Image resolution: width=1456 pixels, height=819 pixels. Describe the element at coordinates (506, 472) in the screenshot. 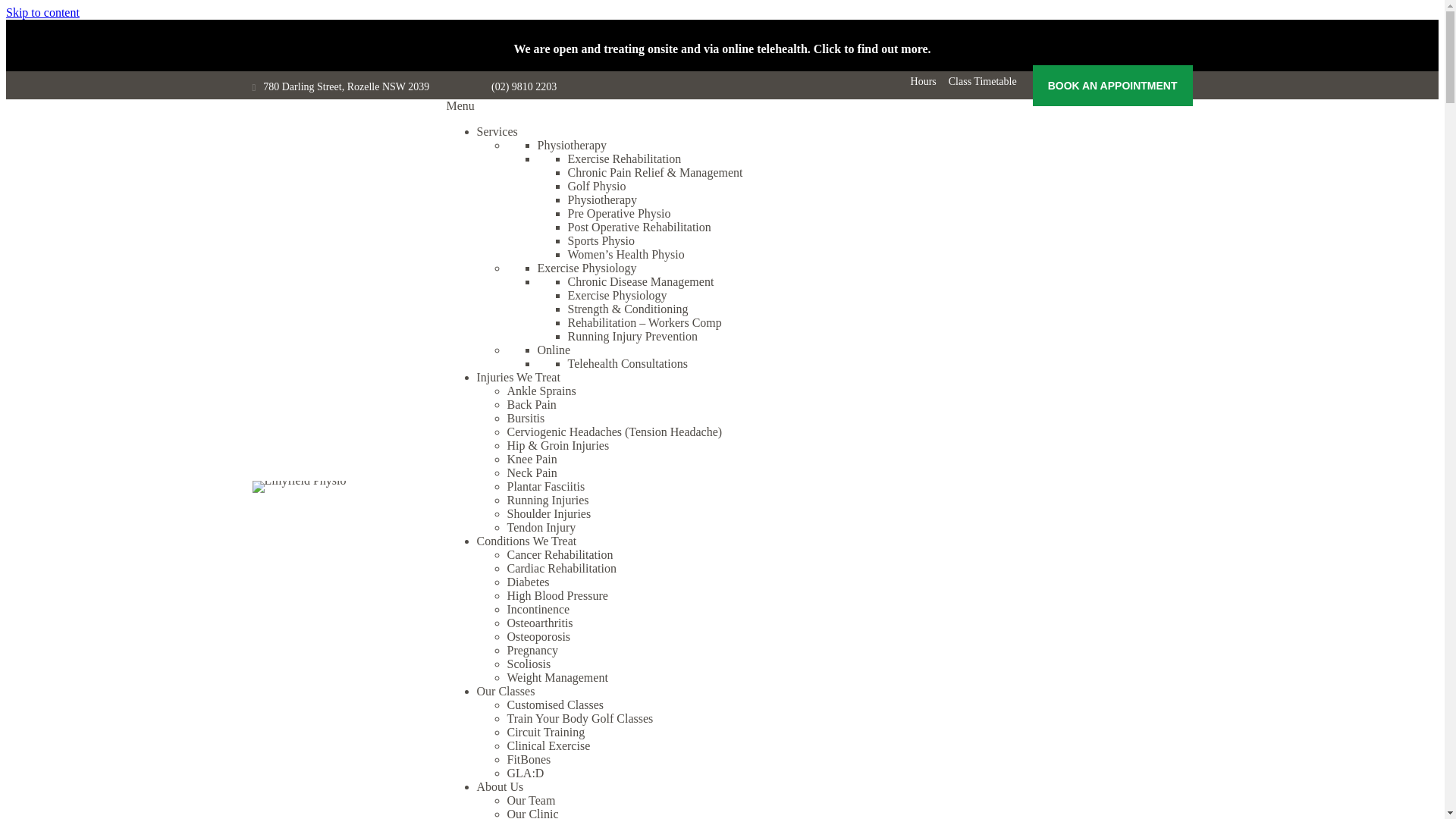

I see `'Neck Pain'` at that location.